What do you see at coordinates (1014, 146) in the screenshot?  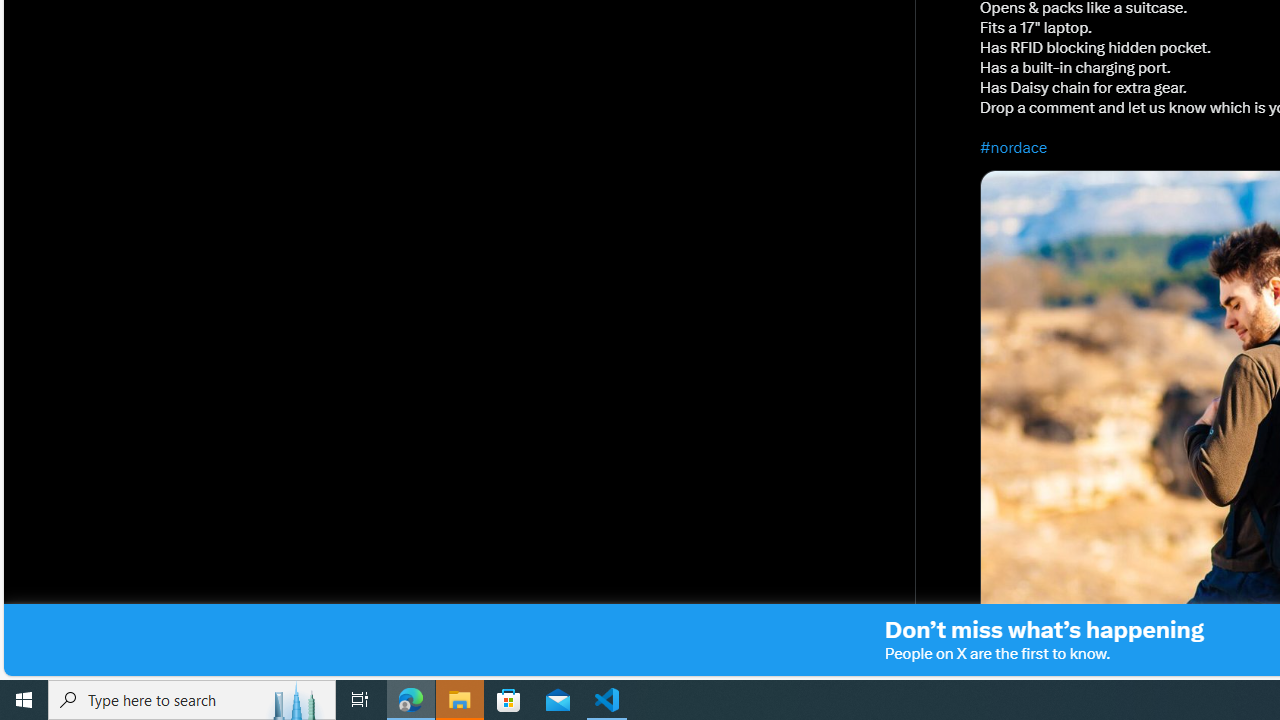 I see `'#nordace'` at bounding box center [1014, 146].